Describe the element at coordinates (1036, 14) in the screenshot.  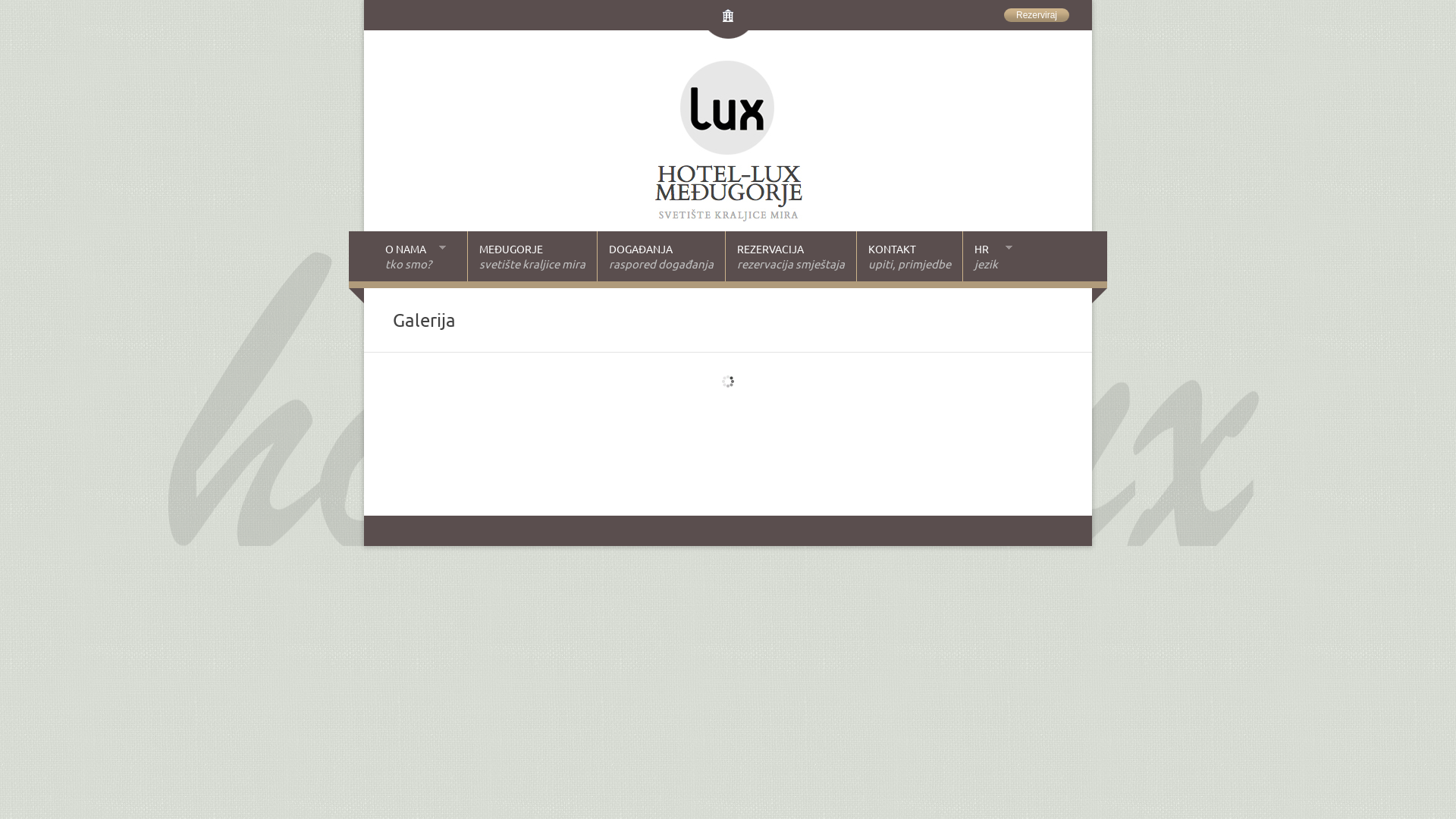
I see `'Rezerviraj'` at that location.